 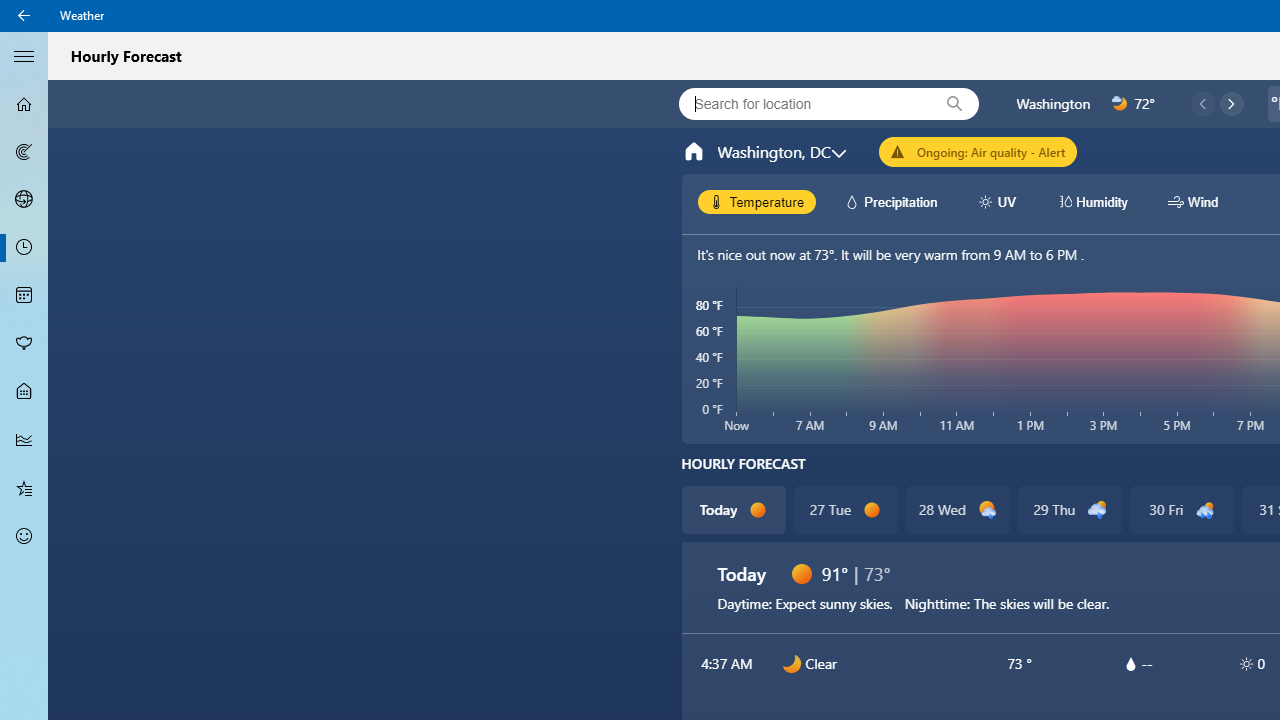 What do you see at coordinates (24, 487) in the screenshot?
I see `'Favorites - Not Selected'` at bounding box center [24, 487].